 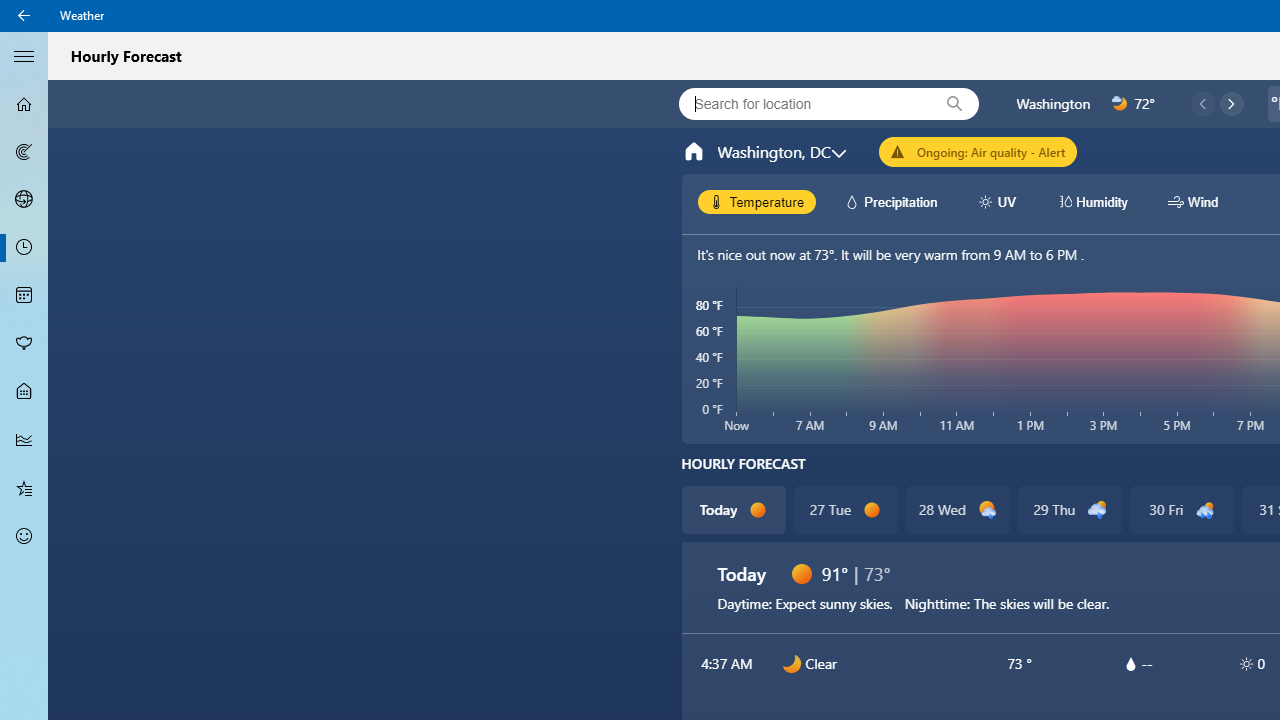 What do you see at coordinates (24, 487) in the screenshot?
I see `'Favorites - Not Selected'` at bounding box center [24, 487].